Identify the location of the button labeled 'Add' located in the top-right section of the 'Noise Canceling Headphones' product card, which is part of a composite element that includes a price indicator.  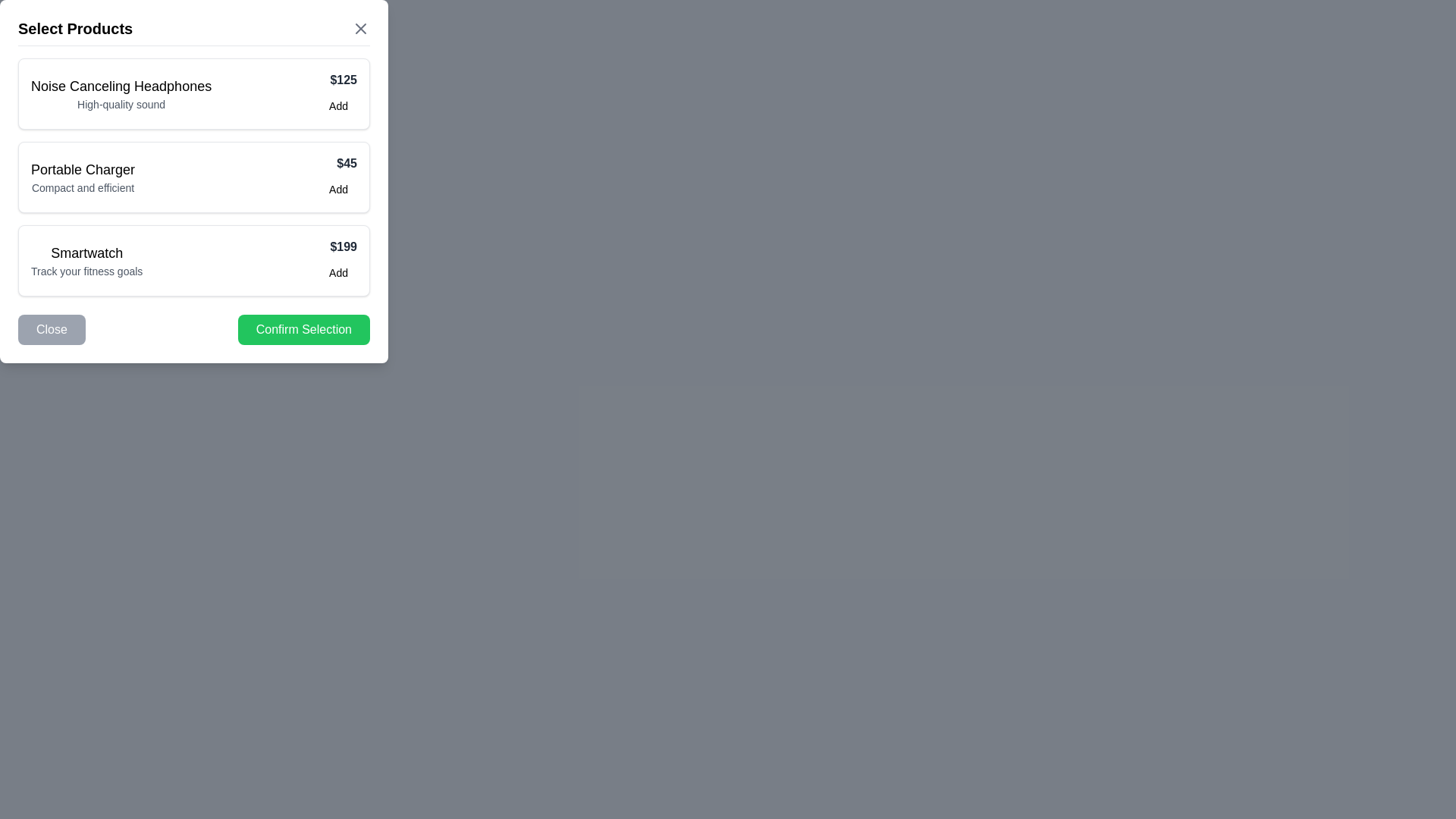
(337, 93).